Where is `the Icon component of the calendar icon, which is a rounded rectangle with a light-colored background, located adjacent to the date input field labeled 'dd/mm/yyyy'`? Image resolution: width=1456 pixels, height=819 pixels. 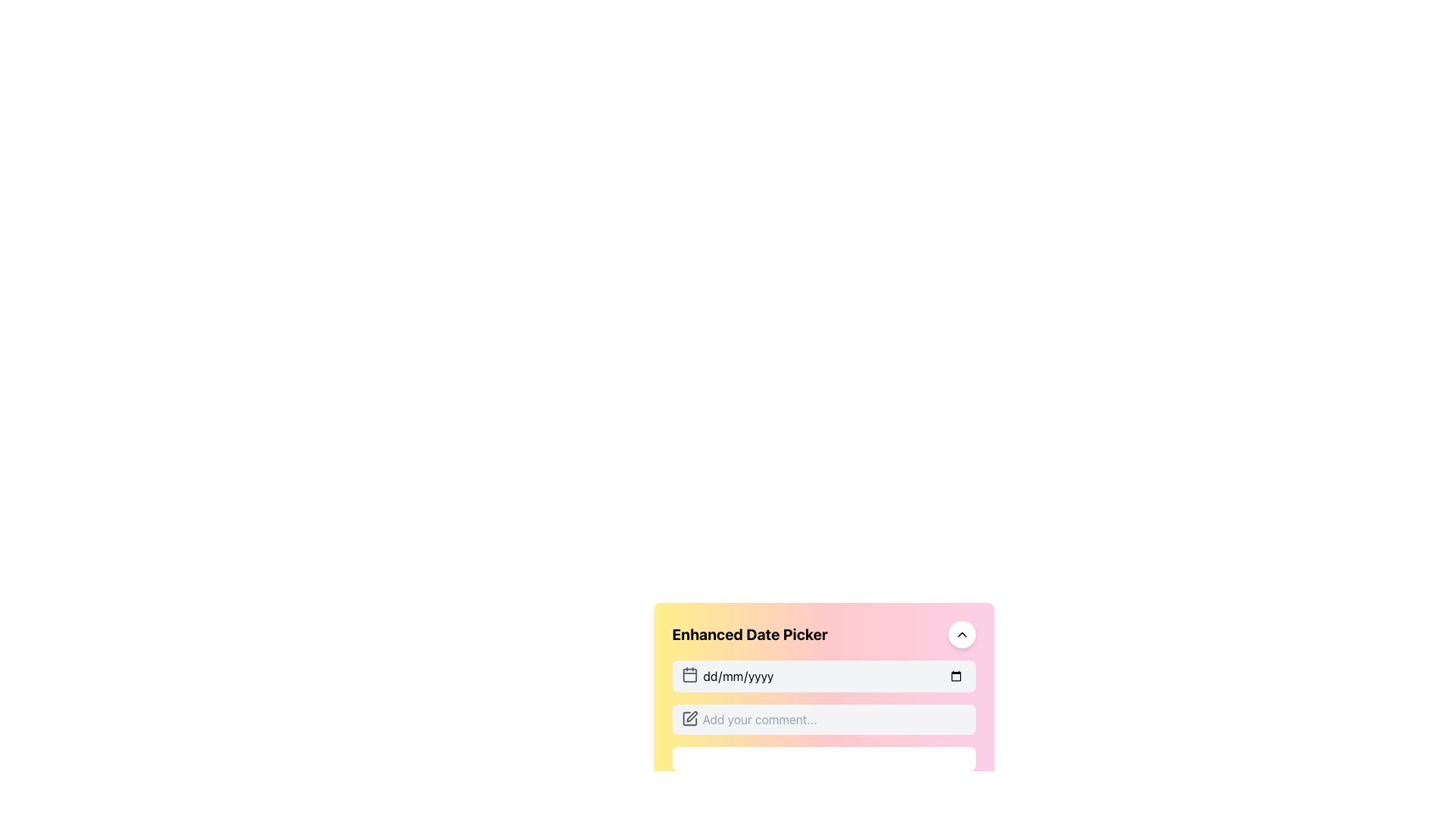 the Icon component of the calendar icon, which is a rounded rectangle with a light-colored background, located adjacent to the date input field labeled 'dd/mm/yyyy' is located at coordinates (689, 674).